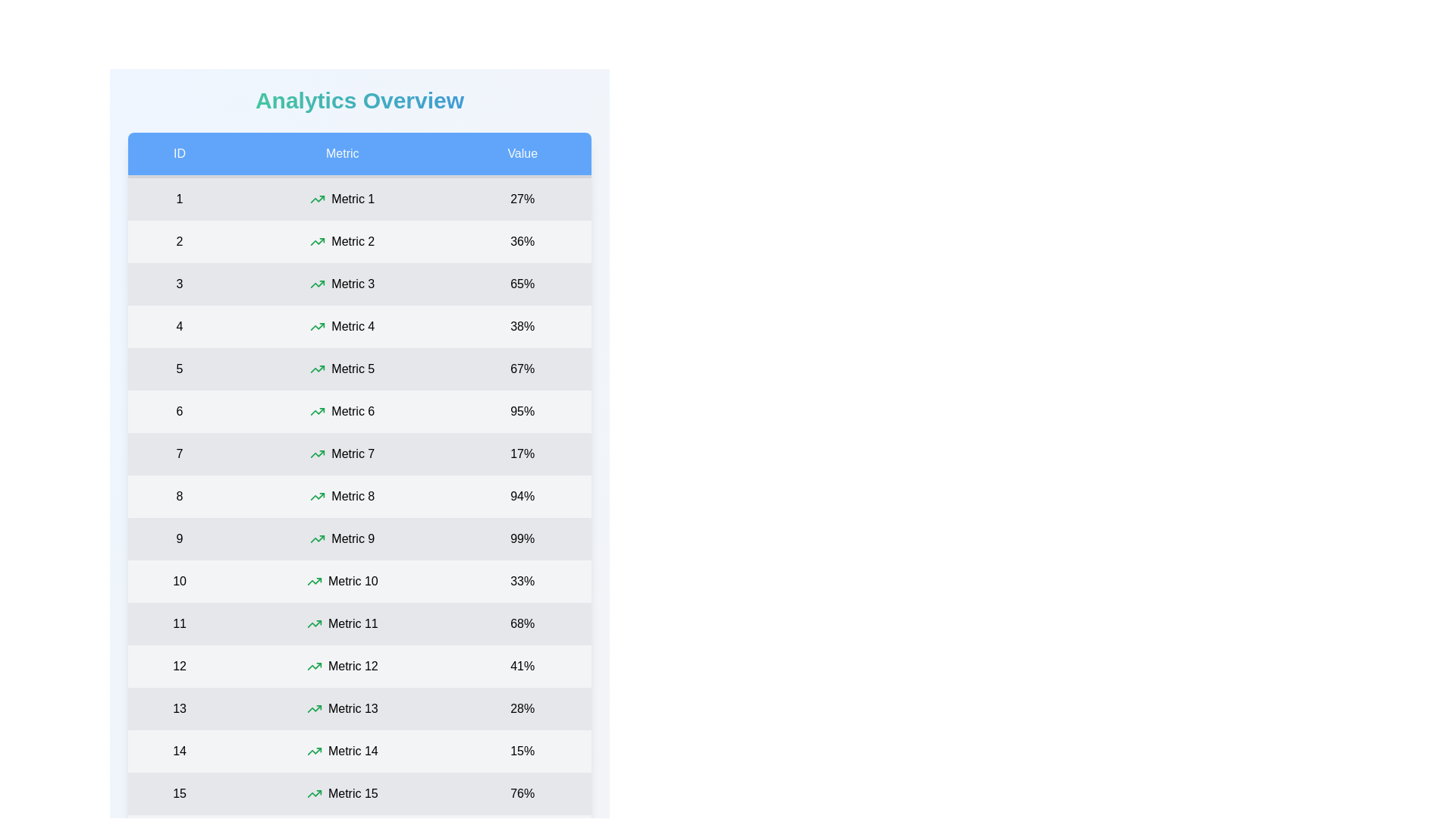  Describe the element at coordinates (341, 155) in the screenshot. I see `the column header 'Metric' to sort the table by that column` at that location.